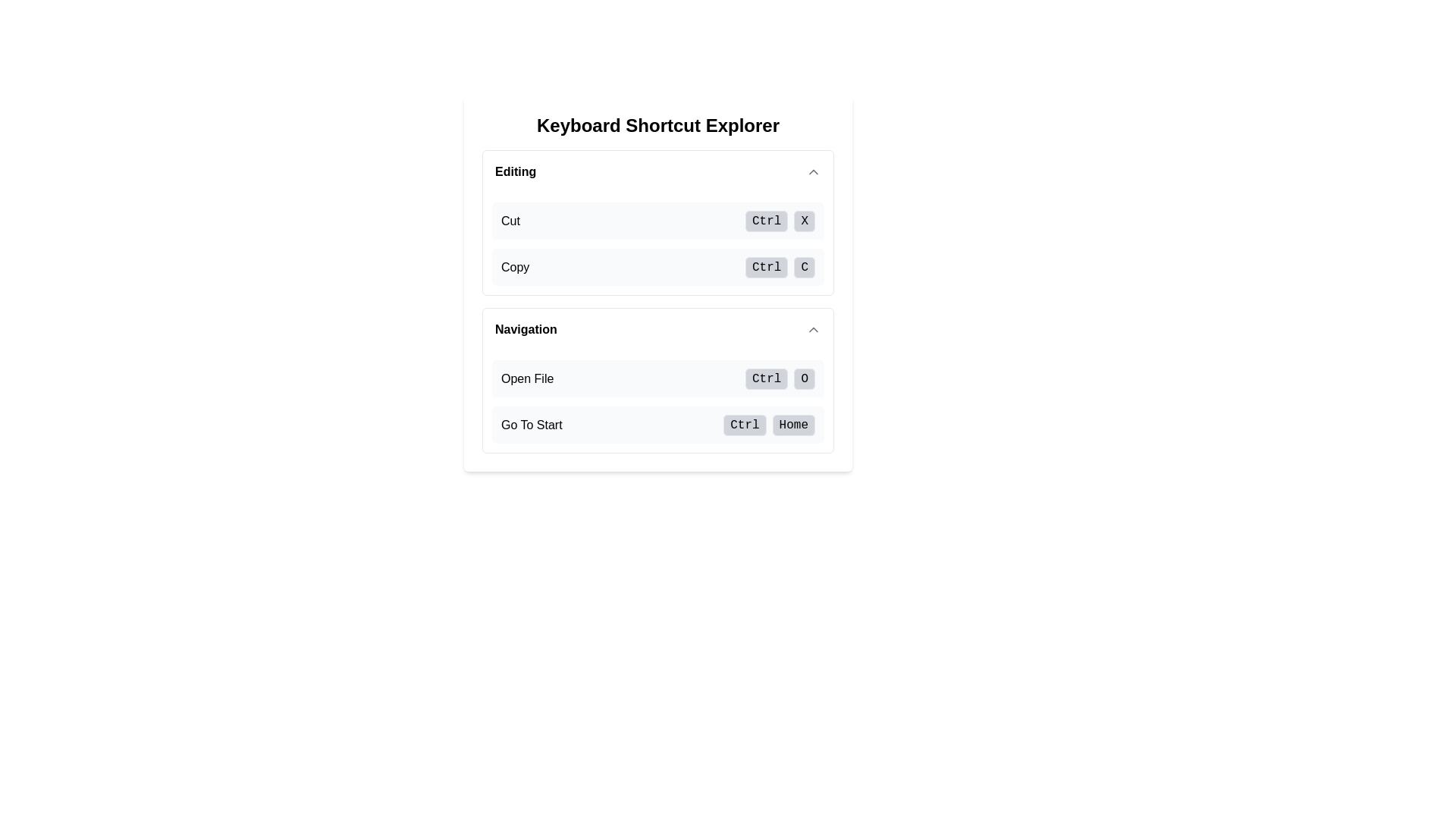 Image resolution: width=1456 pixels, height=819 pixels. What do you see at coordinates (813, 329) in the screenshot?
I see `the toggle button located at the far right of the 'Navigation' section` at bounding box center [813, 329].